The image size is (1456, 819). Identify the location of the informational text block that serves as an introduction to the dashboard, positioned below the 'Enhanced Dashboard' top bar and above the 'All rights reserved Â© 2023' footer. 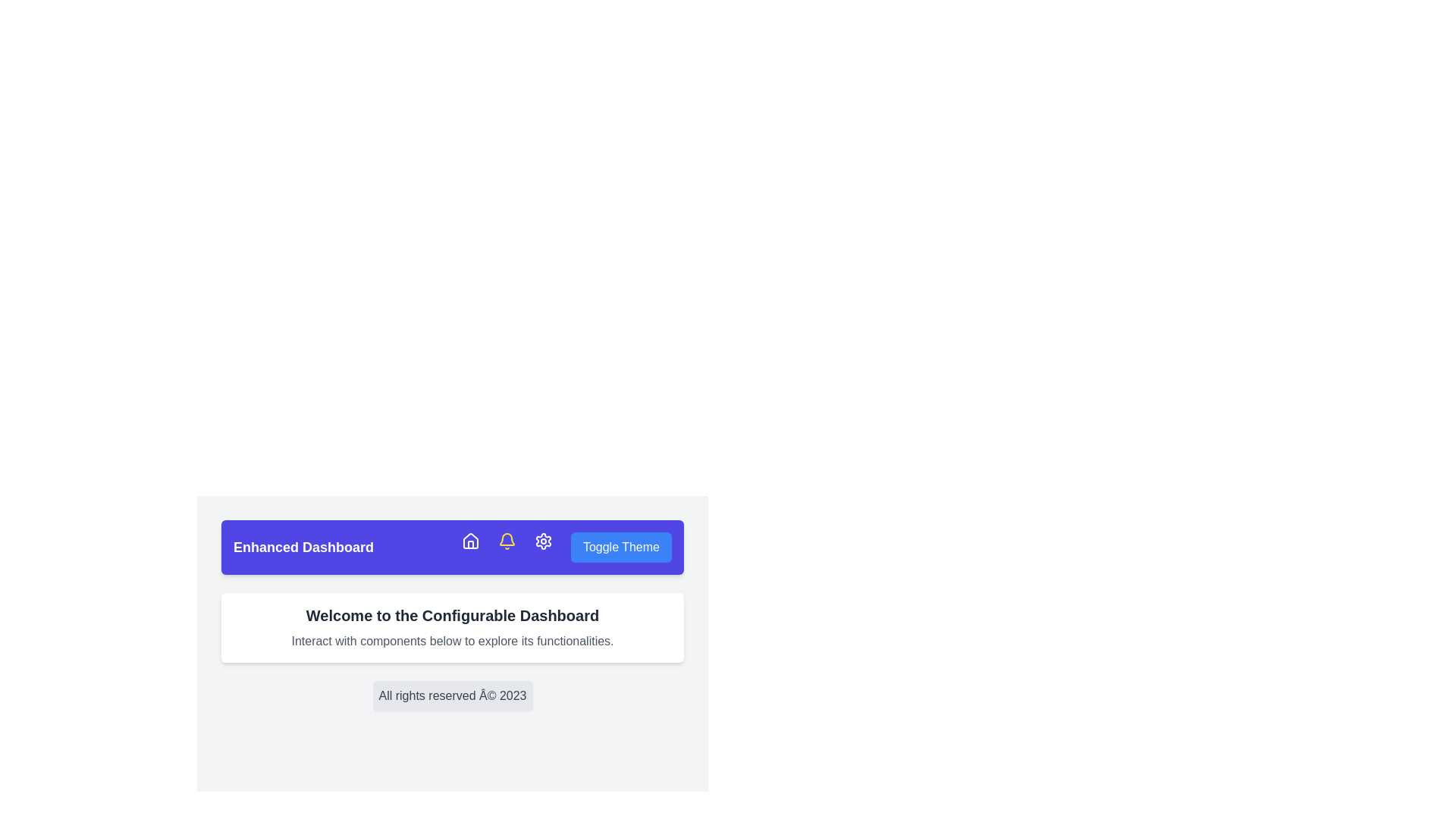
(451, 628).